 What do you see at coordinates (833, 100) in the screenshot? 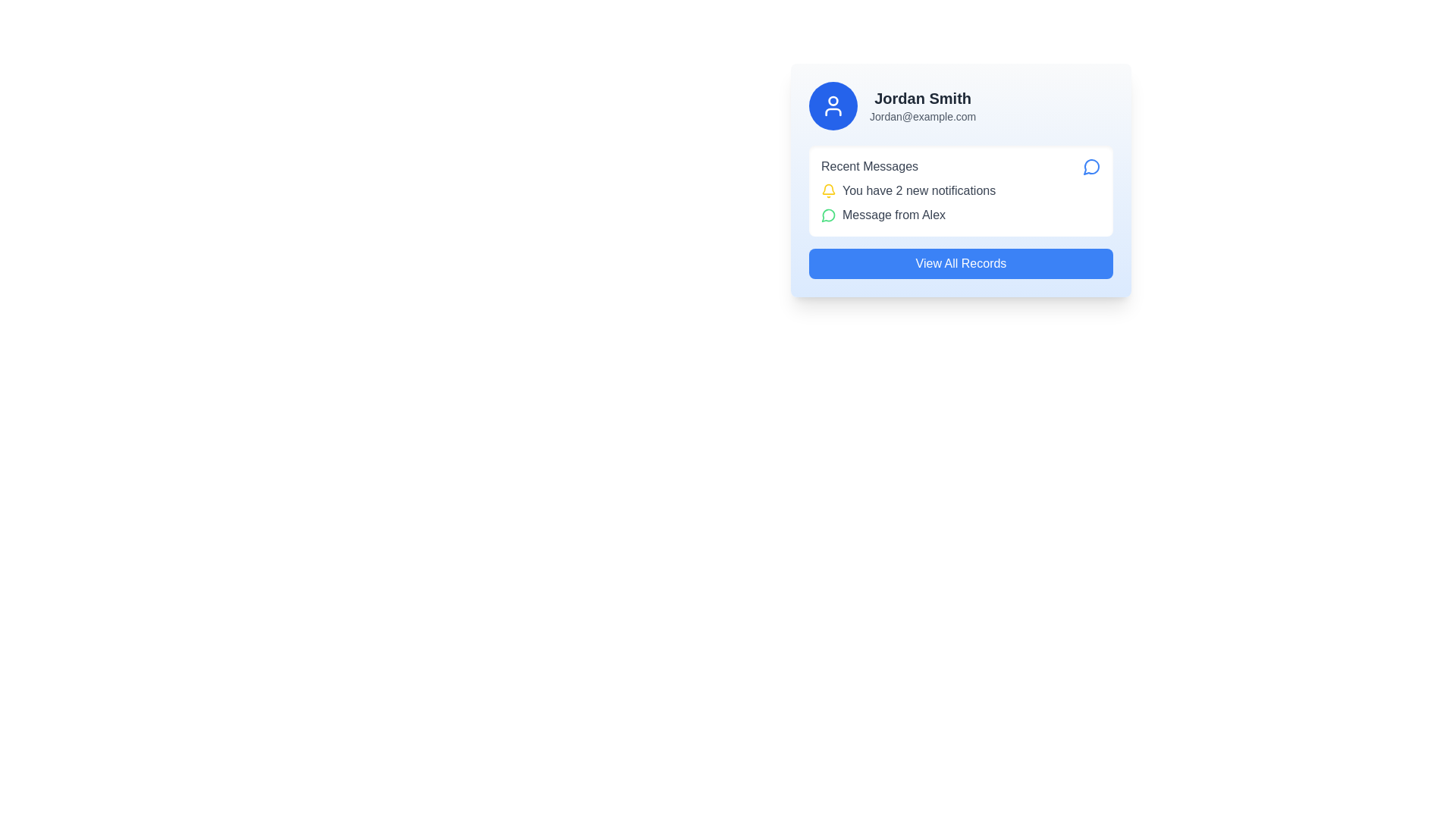
I see `the circular shape within the user profile icon, which is part of a larger face illustration` at bounding box center [833, 100].